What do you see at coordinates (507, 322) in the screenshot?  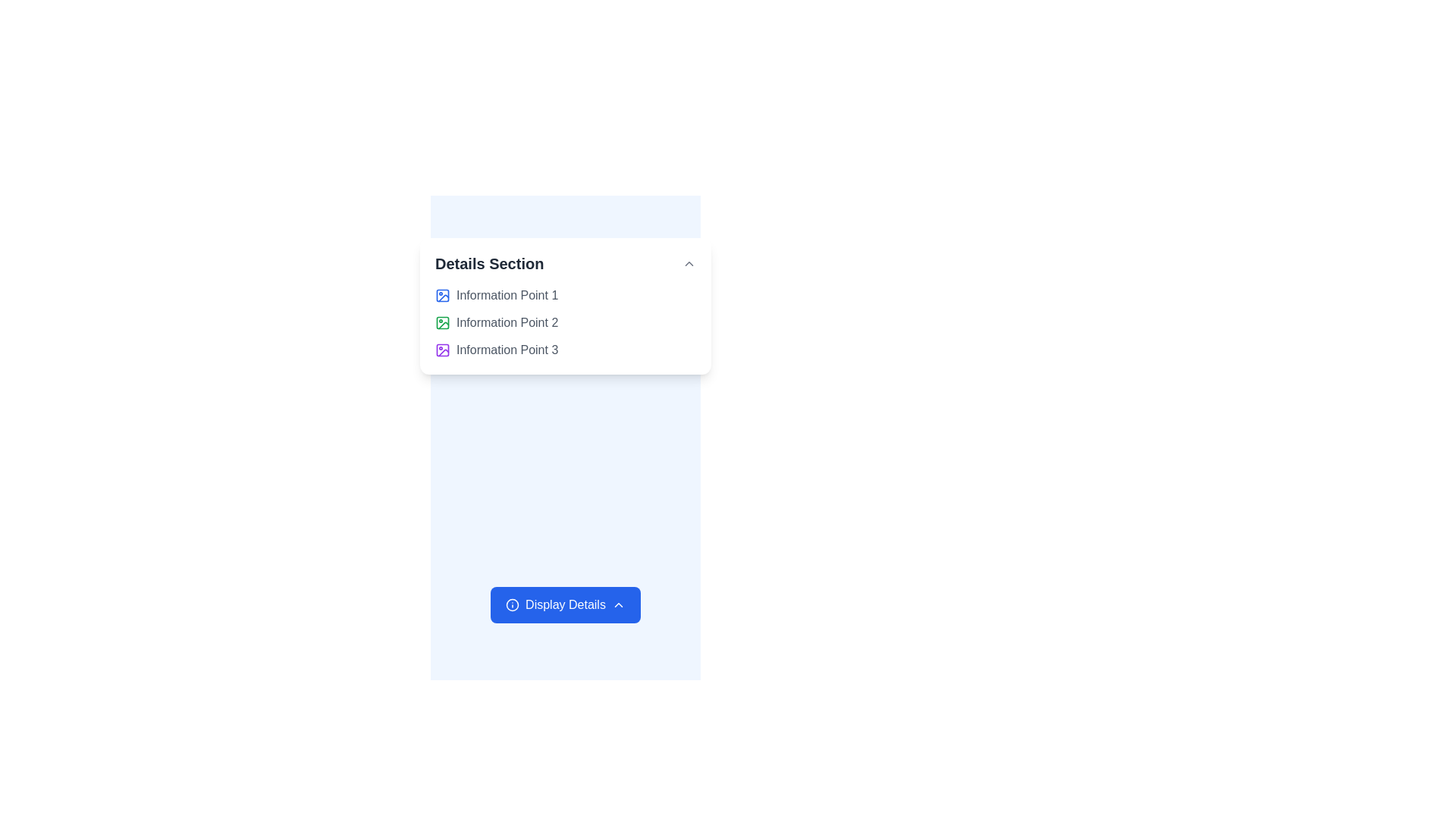 I see `the second item in the 'Details Section' list, which serves as a label or descriptive text` at bounding box center [507, 322].